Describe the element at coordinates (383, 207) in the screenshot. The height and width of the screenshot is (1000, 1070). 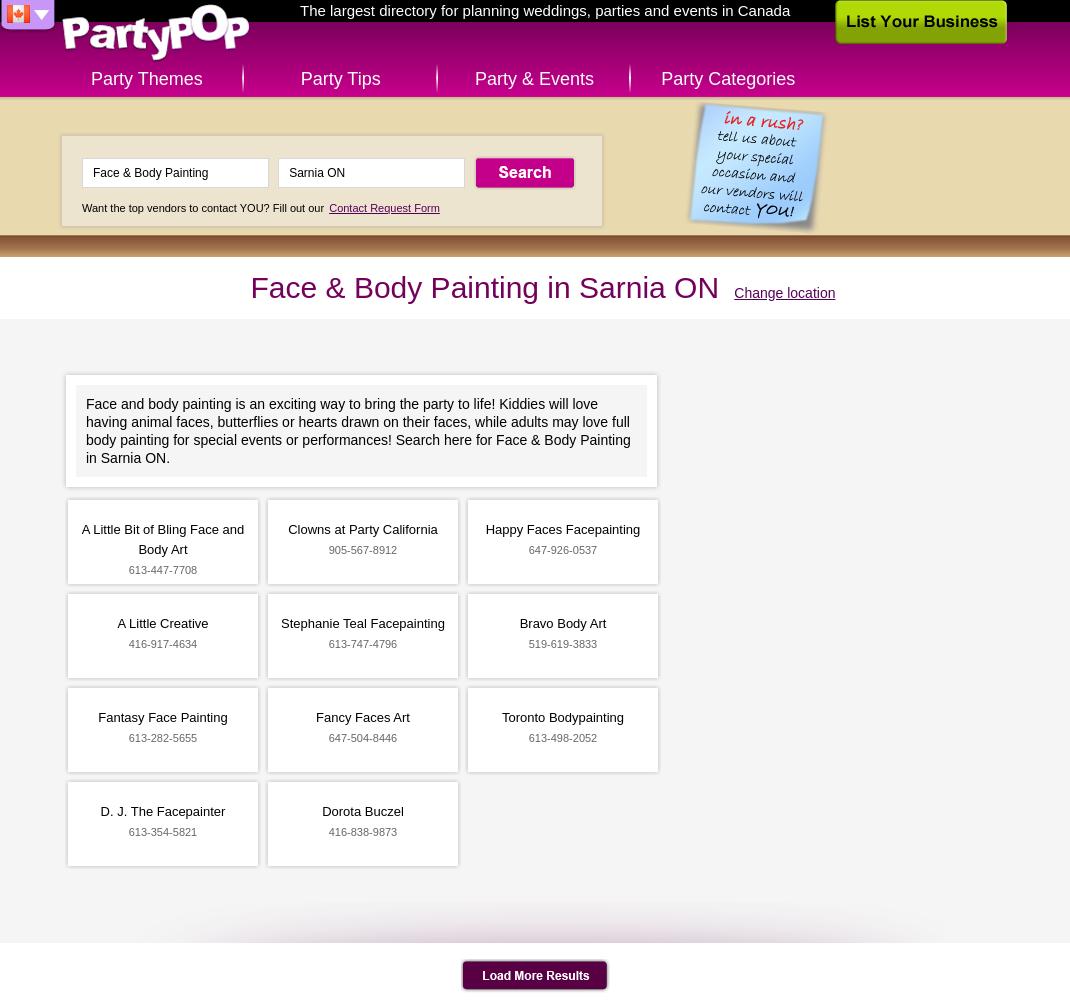
I see `'Contact Request Form'` at that location.